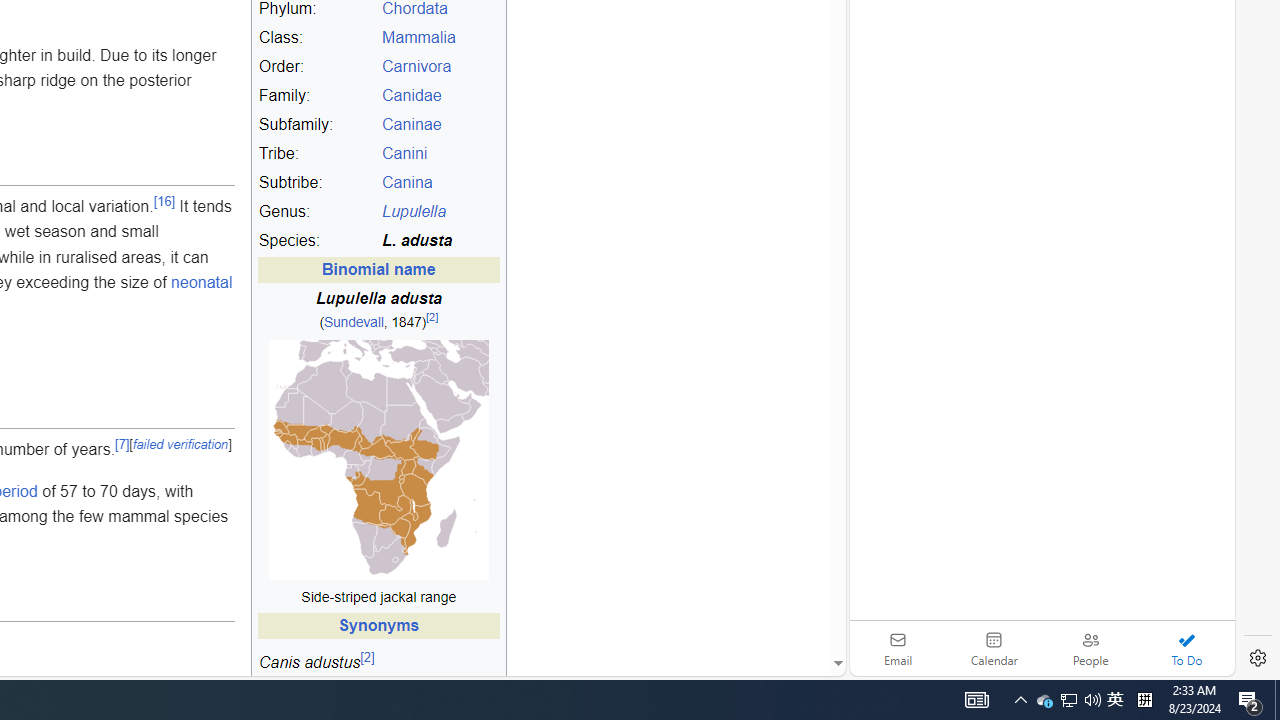 Image resolution: width=1280 pixels, height=720 pixels. I want to click on '[16]', so click(165, 200).